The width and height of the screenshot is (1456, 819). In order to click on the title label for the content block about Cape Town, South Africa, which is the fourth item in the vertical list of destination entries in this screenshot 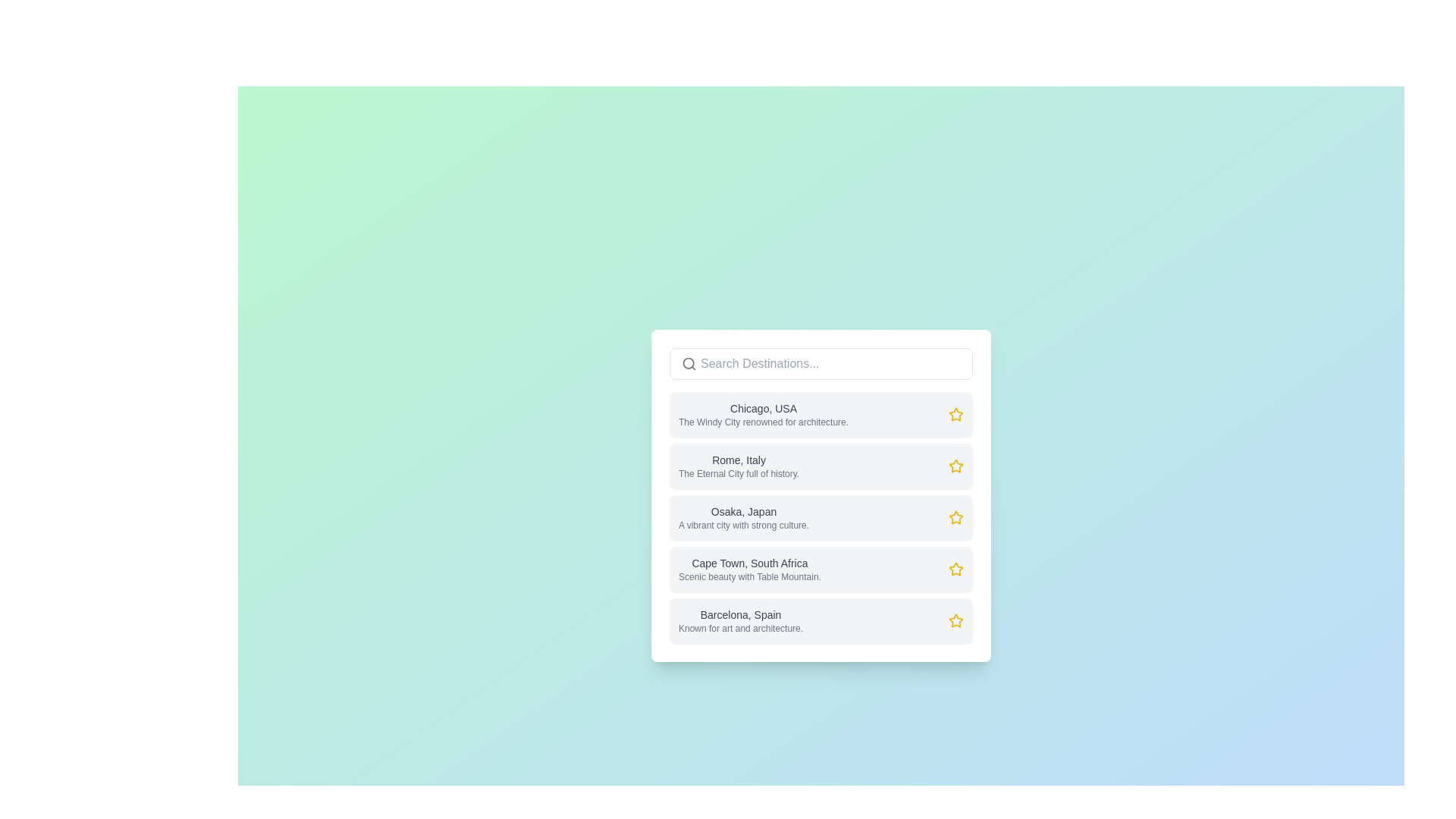, I will do `click(749, 563)`.